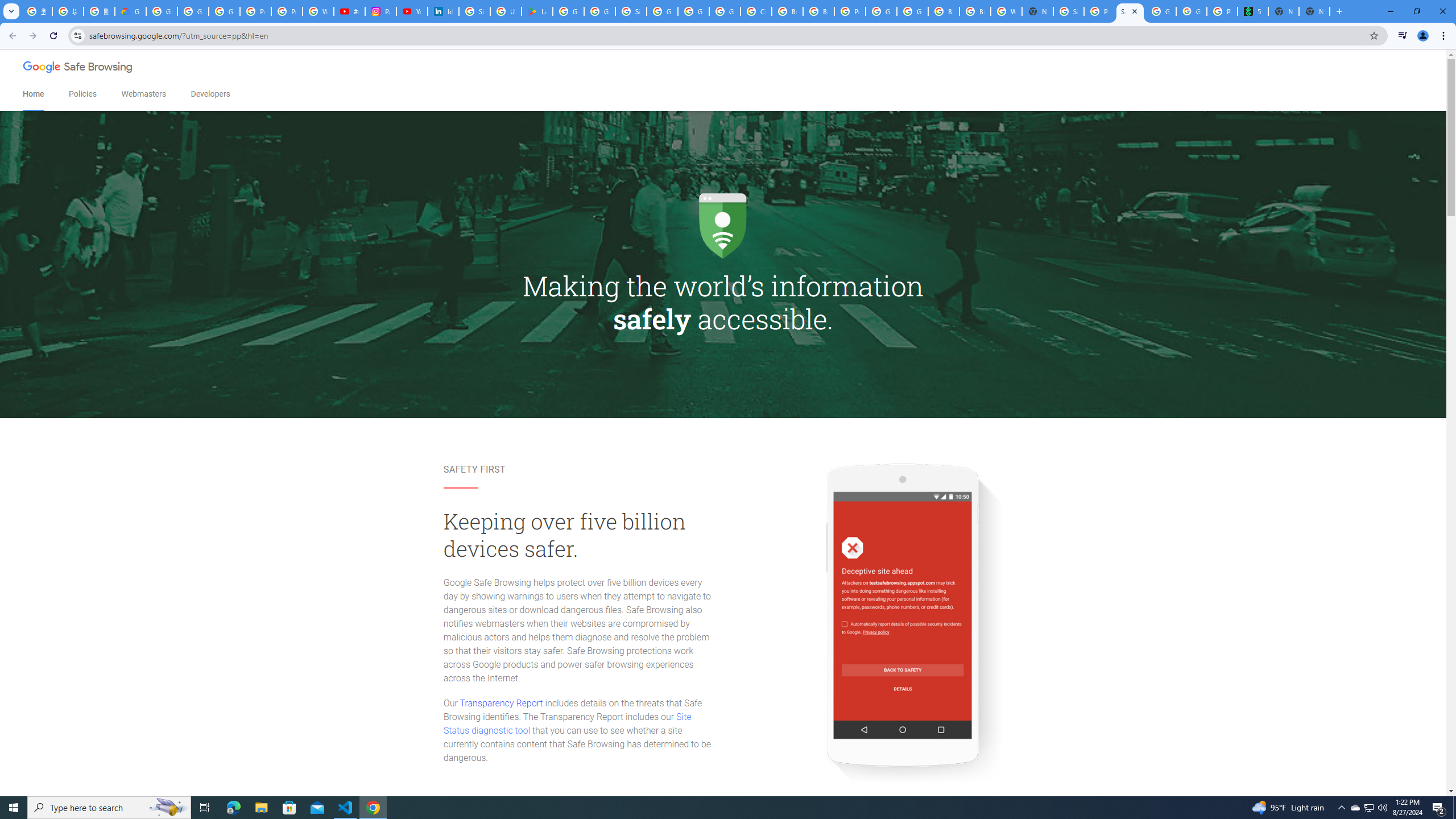  What do you see at coordinates (442, 11) in the screenshot?
I see `'Identity verification via Persona | LinkedIn Help'` at bounding box center [442, 11].